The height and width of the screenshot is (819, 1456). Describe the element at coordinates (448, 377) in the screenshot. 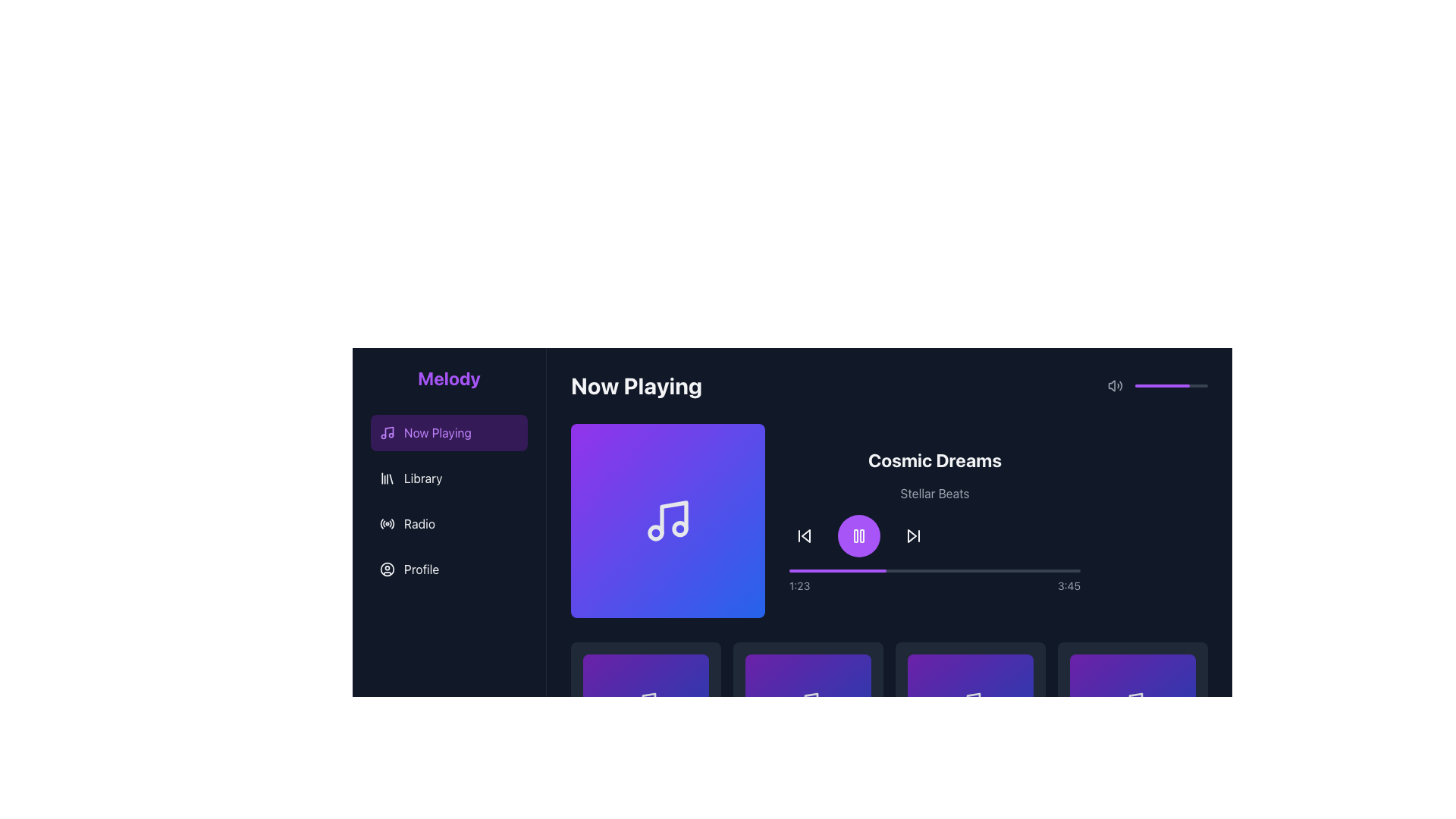

I see `the prominently styled 'Melody' text label, which is bold, large, and purple, located at the top of the navigation panel` at that location.